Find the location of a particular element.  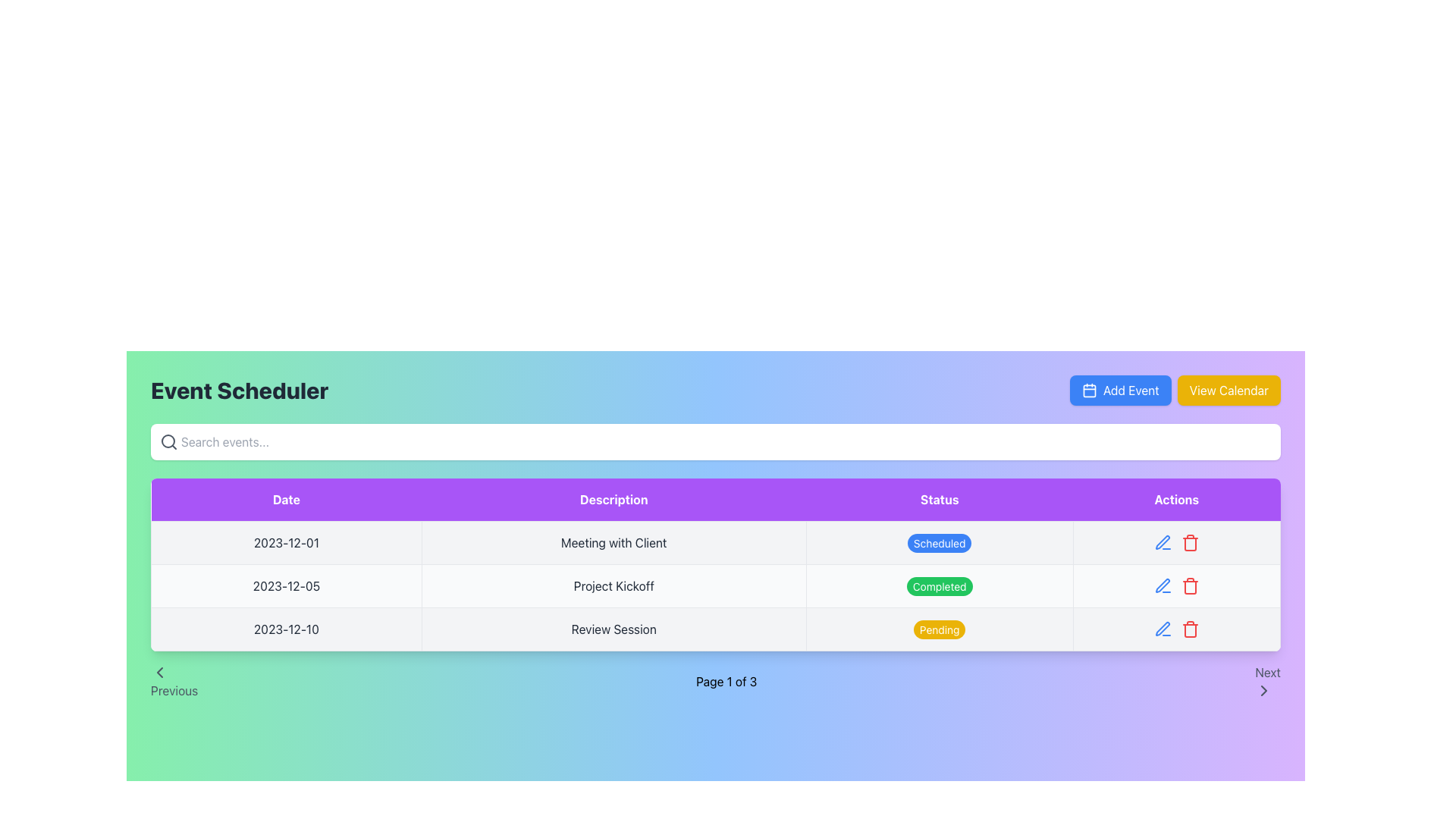

the text label containing 'Project Kickoff' in the second row under the 'Description' column of the table is located at coordinates (613, 585).